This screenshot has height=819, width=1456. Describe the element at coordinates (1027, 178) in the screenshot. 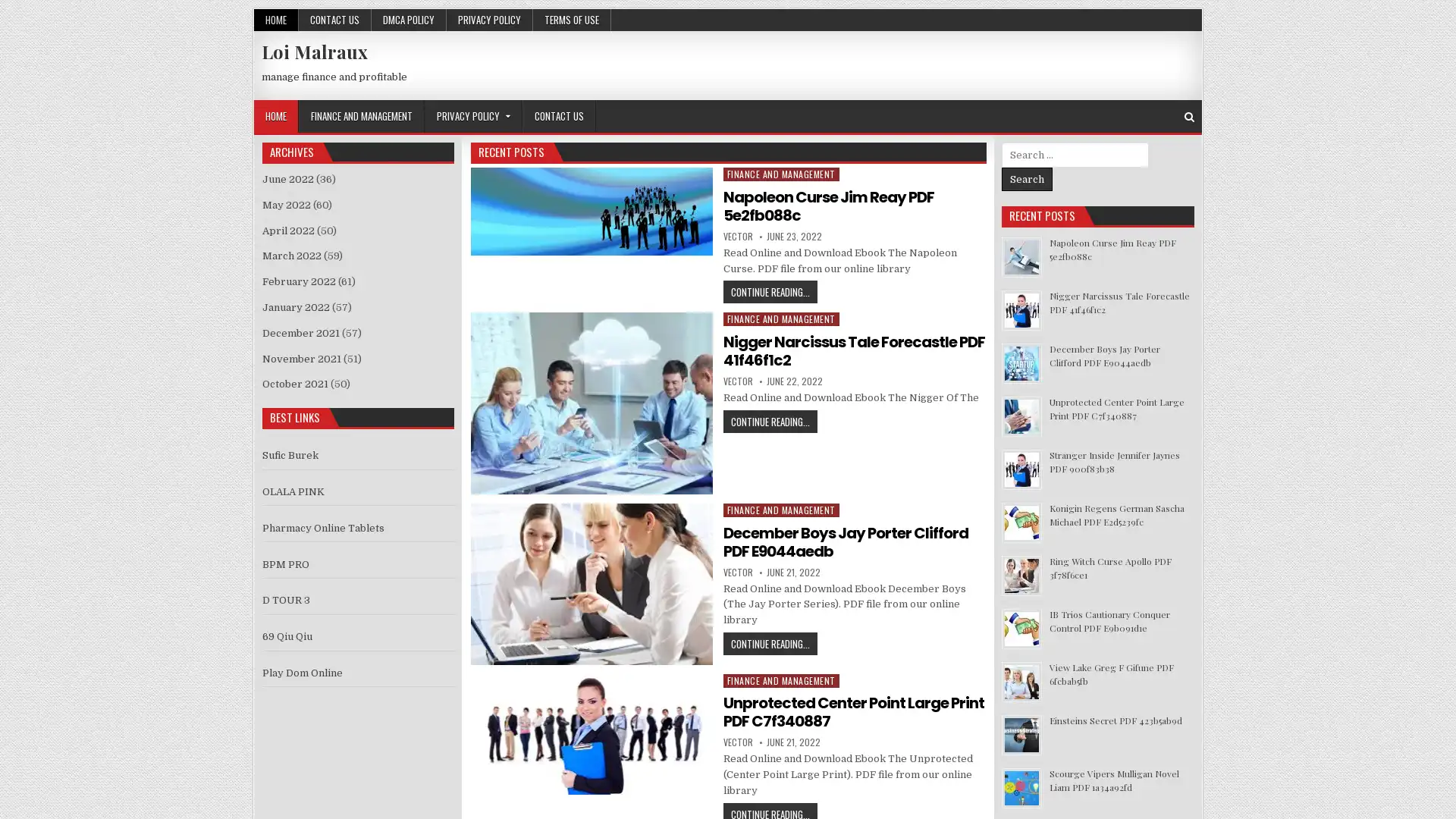

I see `Search` at that location.